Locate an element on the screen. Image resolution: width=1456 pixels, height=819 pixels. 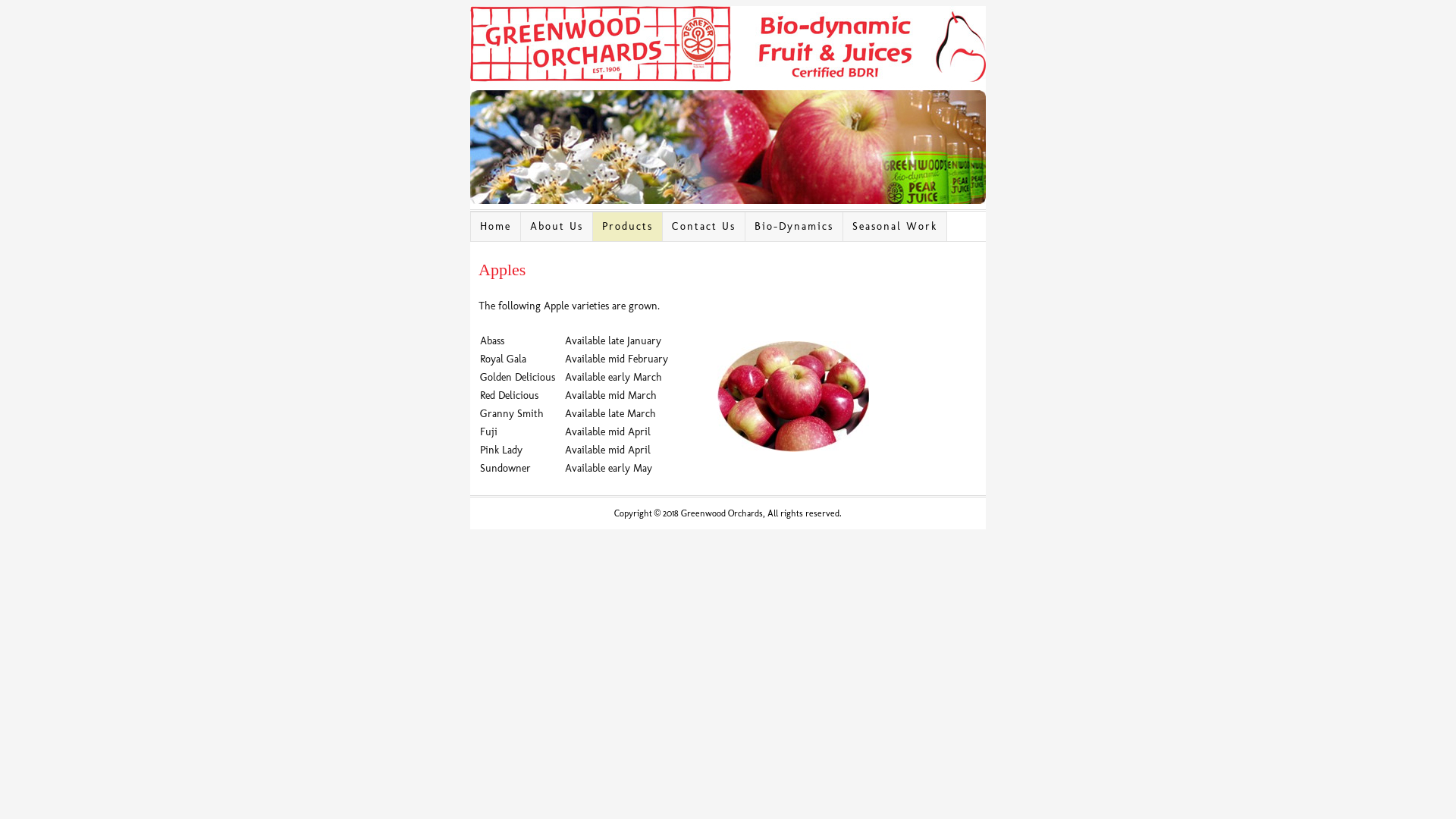
'Home' is located at coordinates (495, 227).